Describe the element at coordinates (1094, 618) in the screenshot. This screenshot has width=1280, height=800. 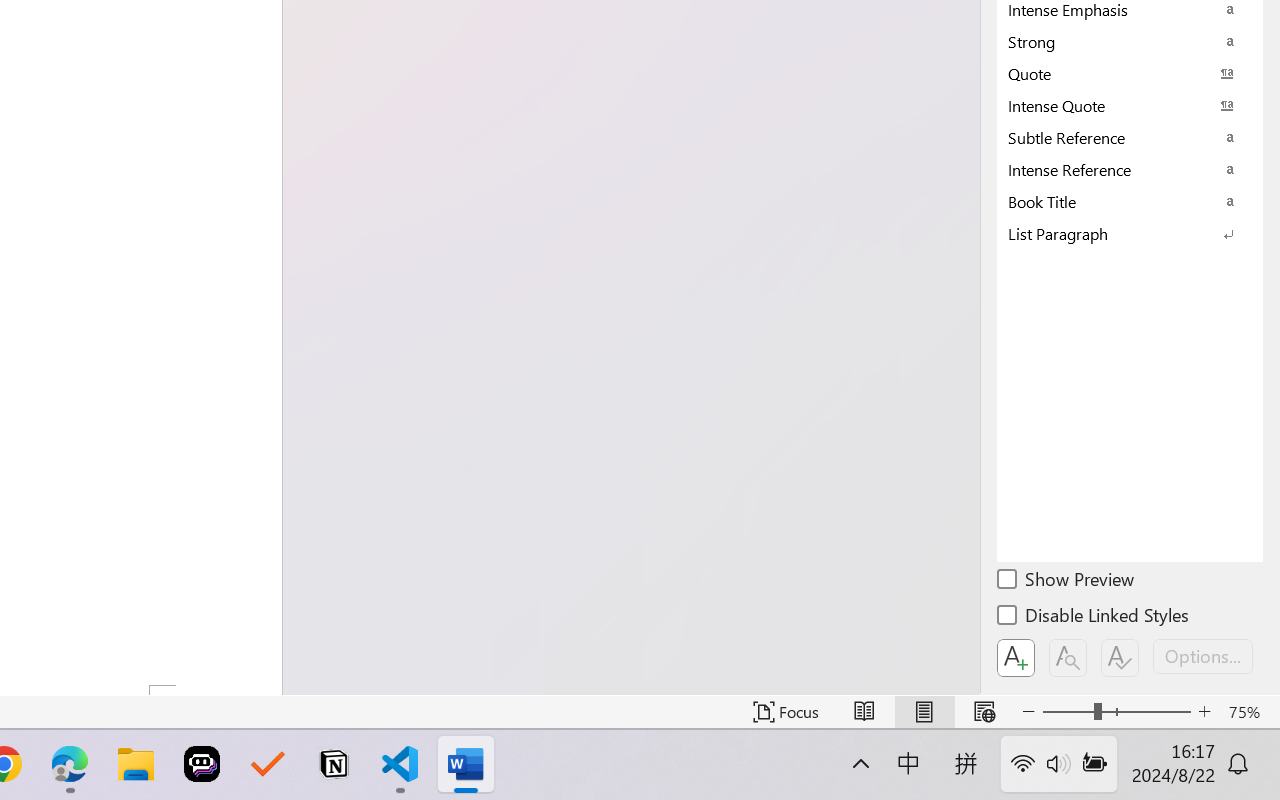
I see `'Disable Linked Styles'` at that location.